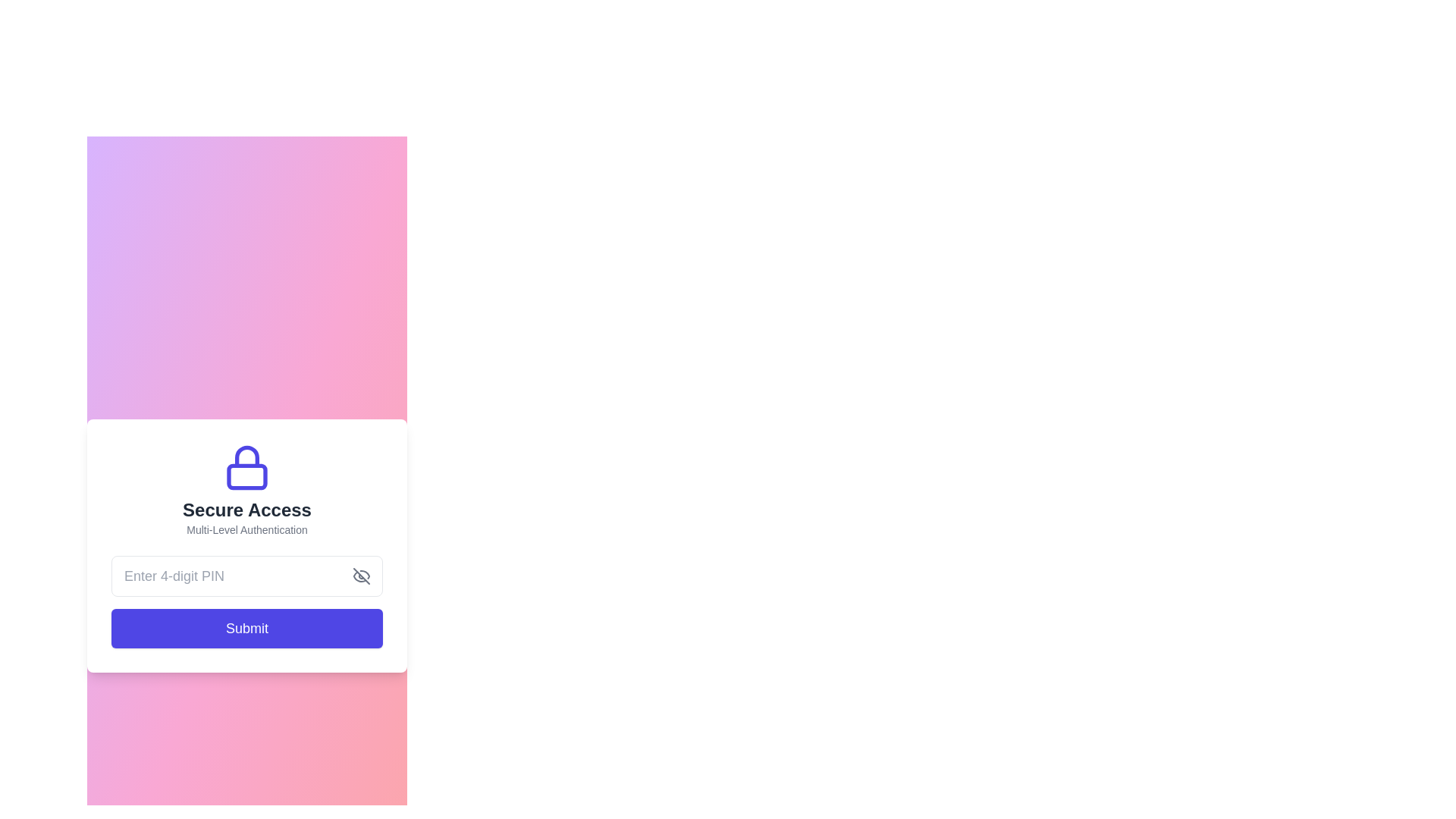 This screenshot has height=819, width=1456. What do you see at coordinates (365, 574) in the screenshot?
I see `the eye-shaped icon to toggle its visibility mode, which is located within the 'Enter 4-digit PIN' input field, positioned towards the center-right of the field` at bounding box center [365, 574].